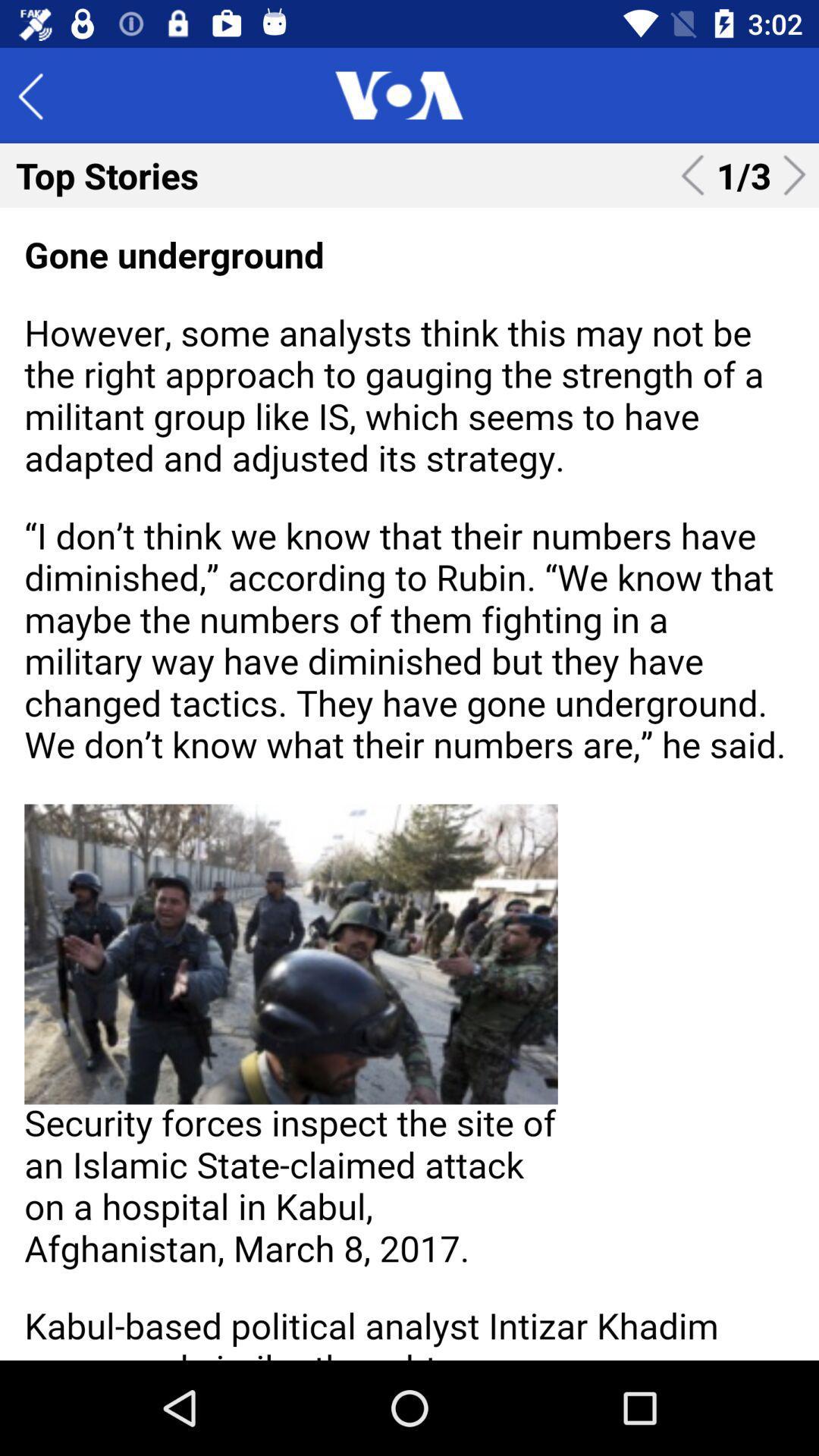  What do you see at coordinates (41, 94) in the screenshot?
I see `previous button` at bounding box center [41, 94].